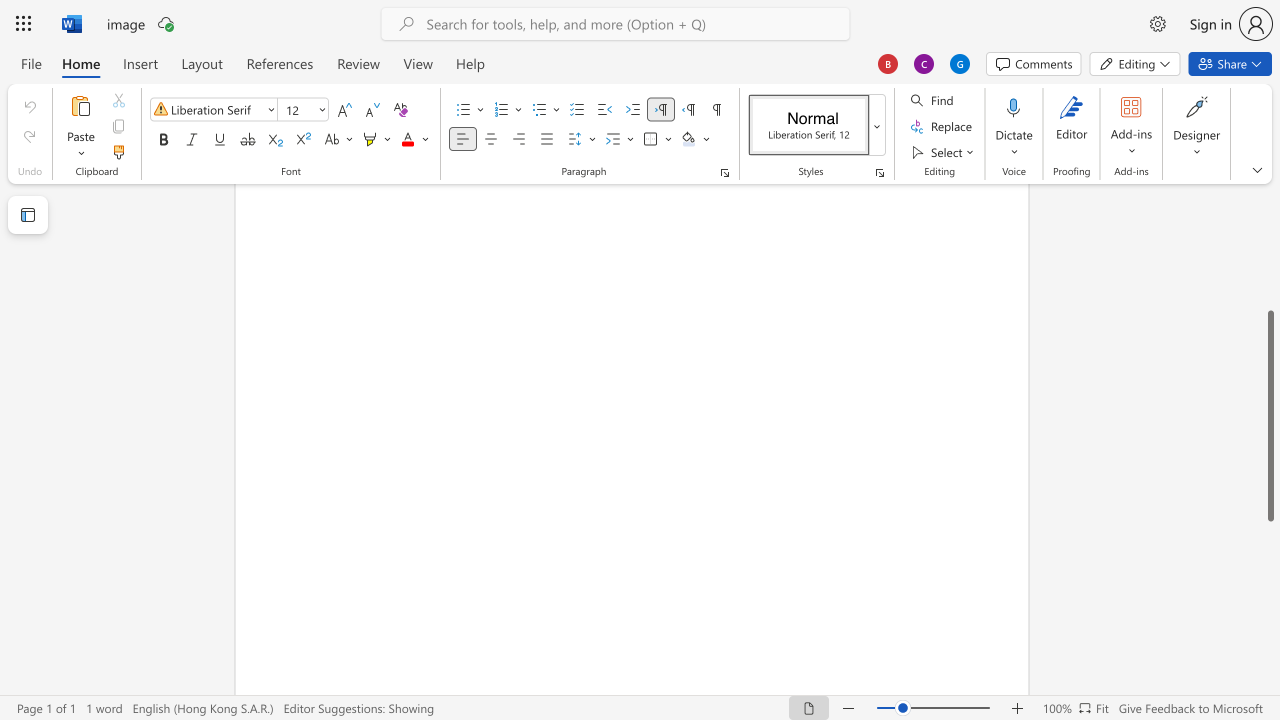 This screenshot has width=1280, height=720. Describe the element at coordinates (1269, 248) in the screenshot. I see `the right-hand scrollbar to ascend the page` at that location.